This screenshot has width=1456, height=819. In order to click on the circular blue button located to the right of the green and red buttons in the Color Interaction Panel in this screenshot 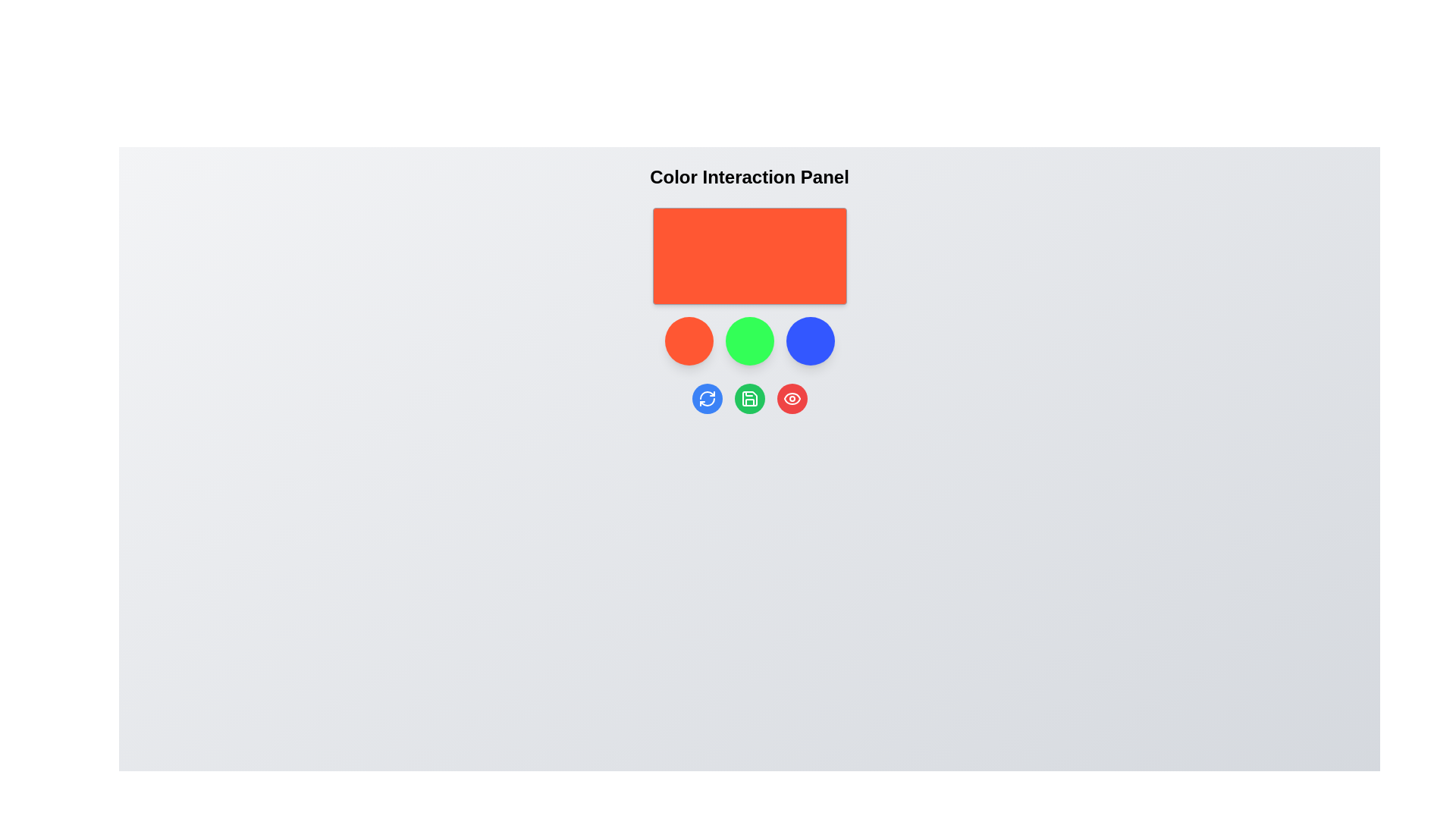, I will do `click(809, 341)`.